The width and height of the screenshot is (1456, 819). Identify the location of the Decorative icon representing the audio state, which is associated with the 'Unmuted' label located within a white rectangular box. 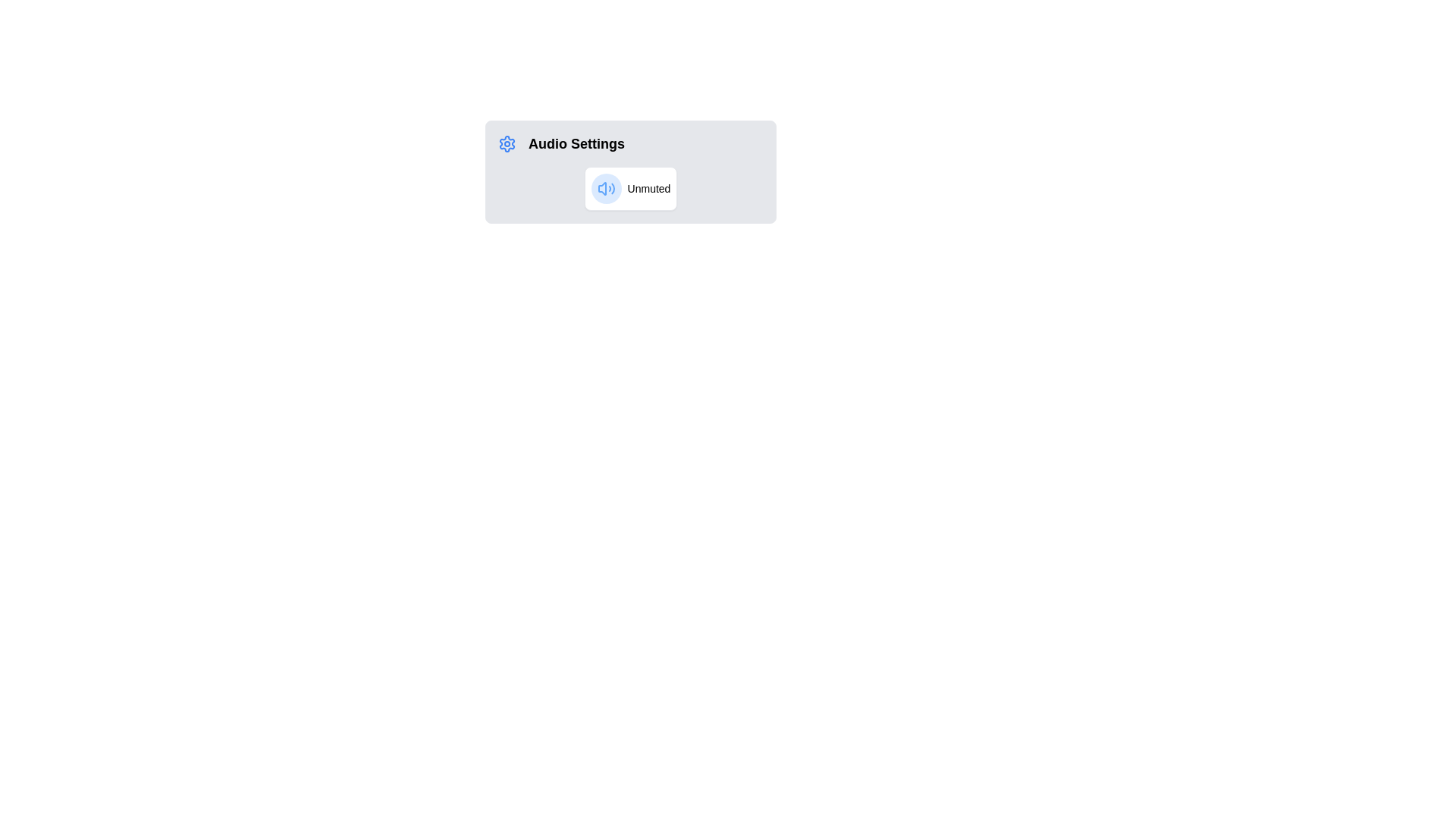
(605, 188).